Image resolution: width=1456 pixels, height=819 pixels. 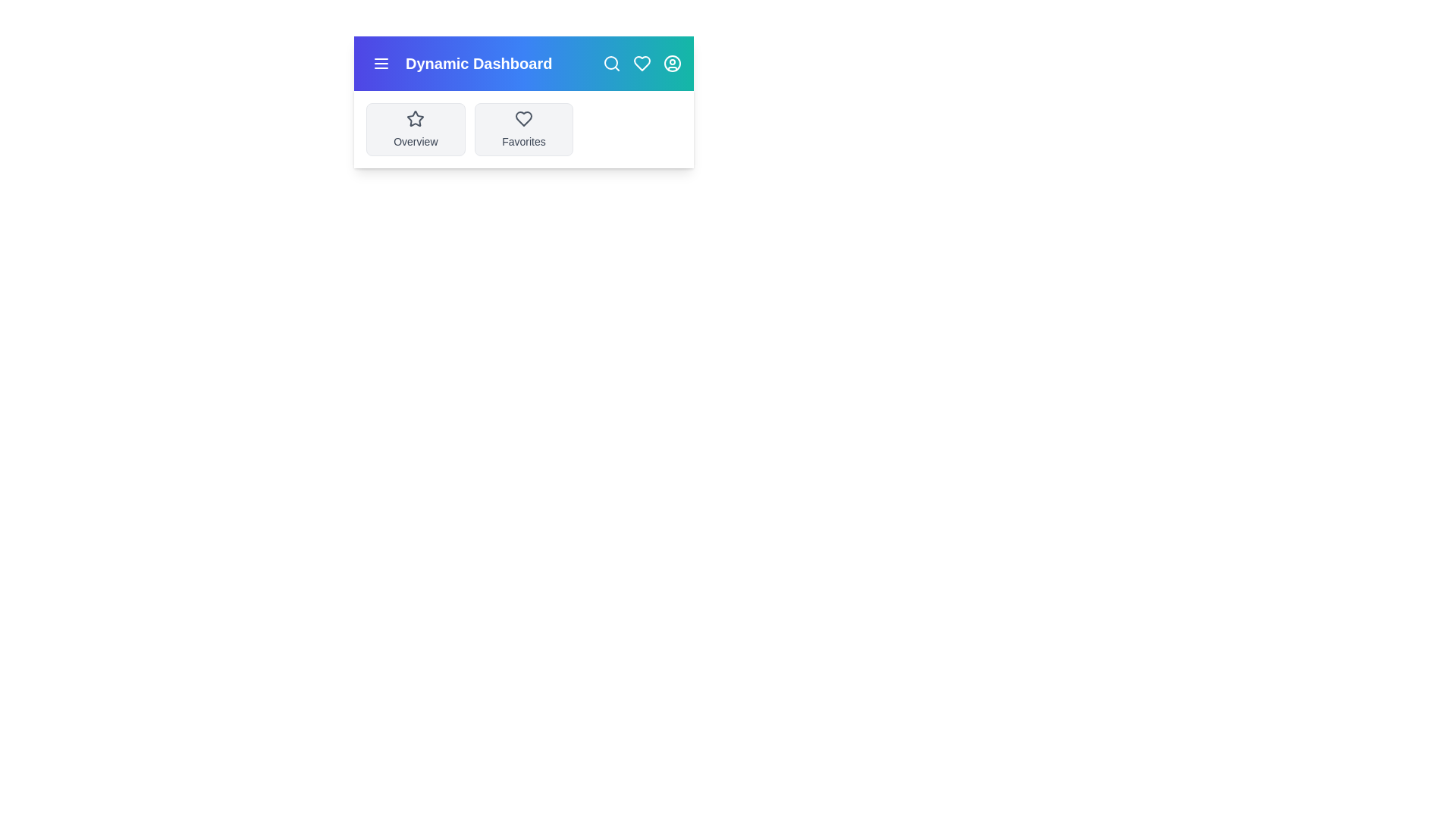 What do you see at coordinates (672, 63) in the screenshot?
I see `the user profile icon to view user options` at bounding box center [672, 63].